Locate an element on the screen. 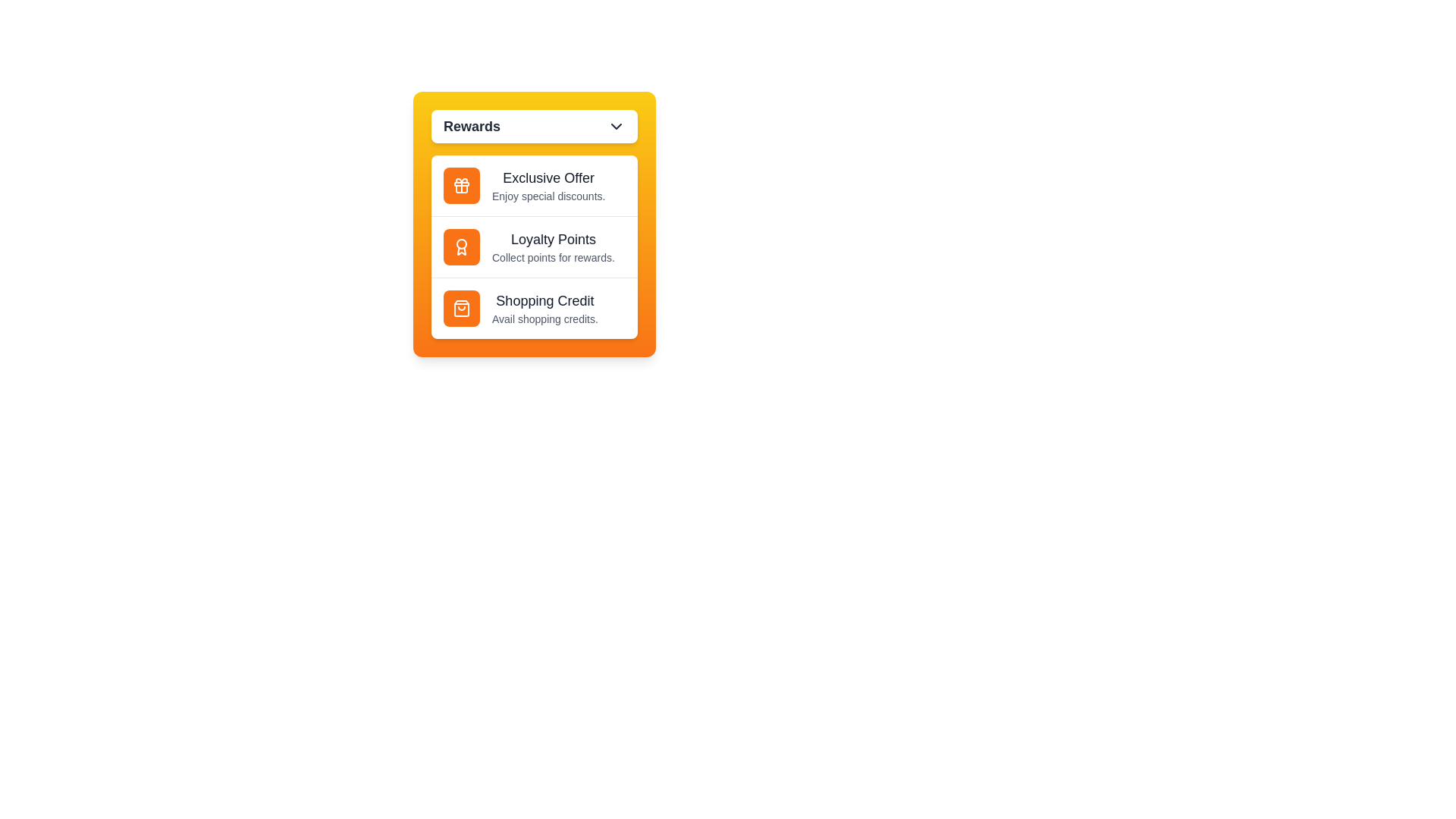  text content of the prominent text label labeled 'Loyalty Points', which is styled larger and bolder than the surrounding text is located at coordinates (552, 239).